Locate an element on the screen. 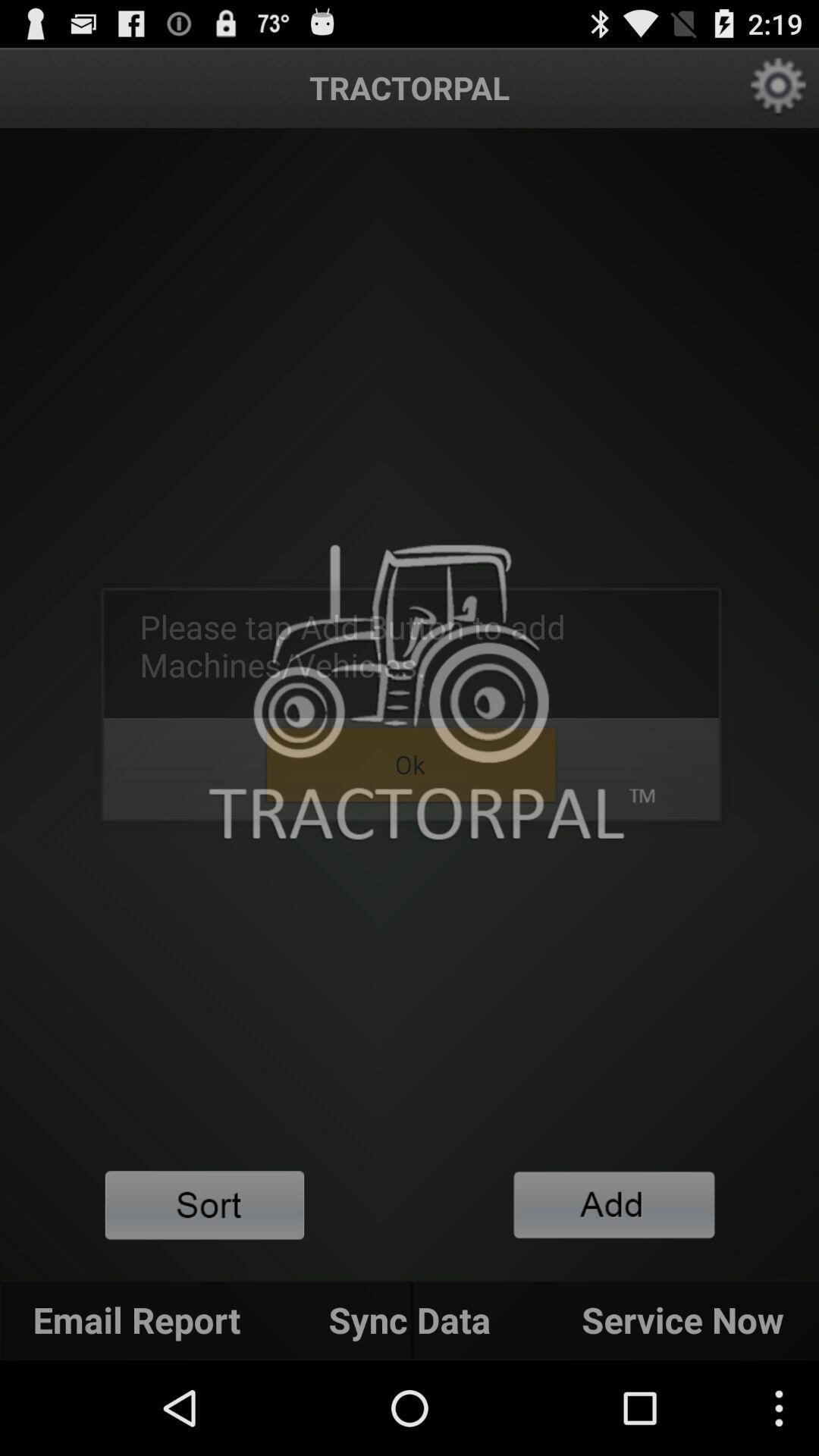 The height and width of the screenshot is (1456, 819). options and settings is located at coordinates (779, 86).